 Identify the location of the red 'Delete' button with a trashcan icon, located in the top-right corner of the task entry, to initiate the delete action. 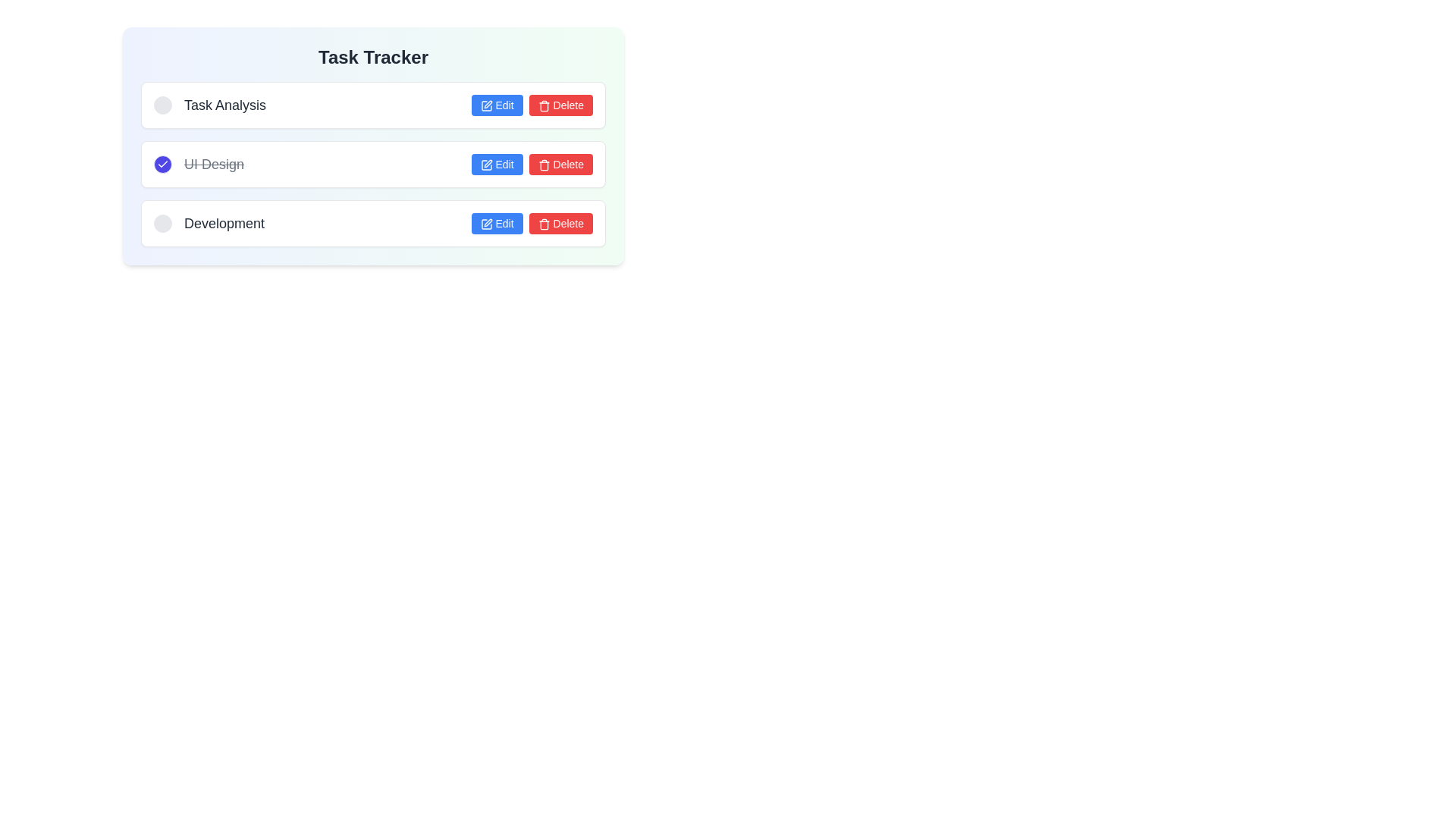
(560, 104).